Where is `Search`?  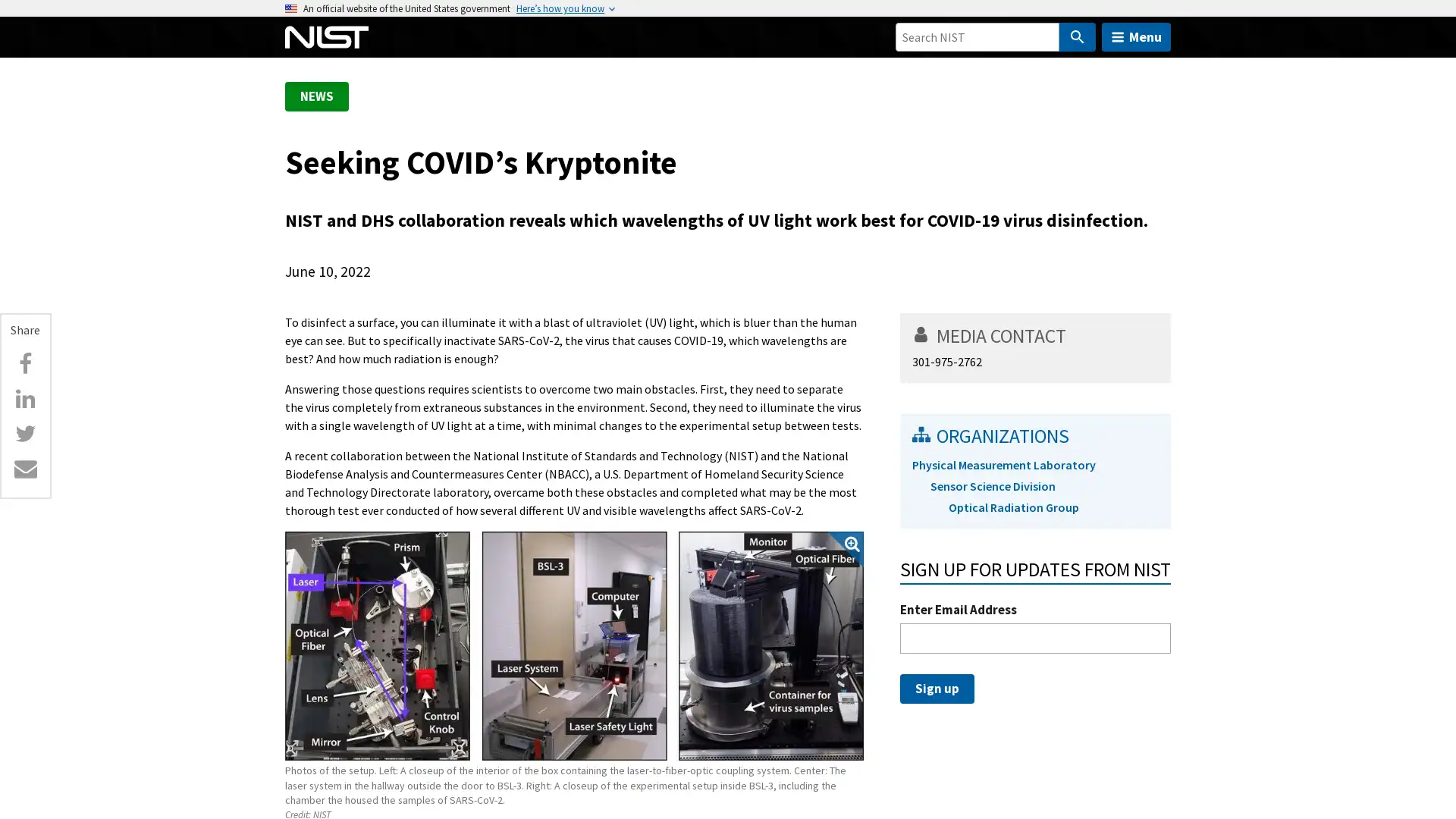 Search is located at coordinates (1076, 36).